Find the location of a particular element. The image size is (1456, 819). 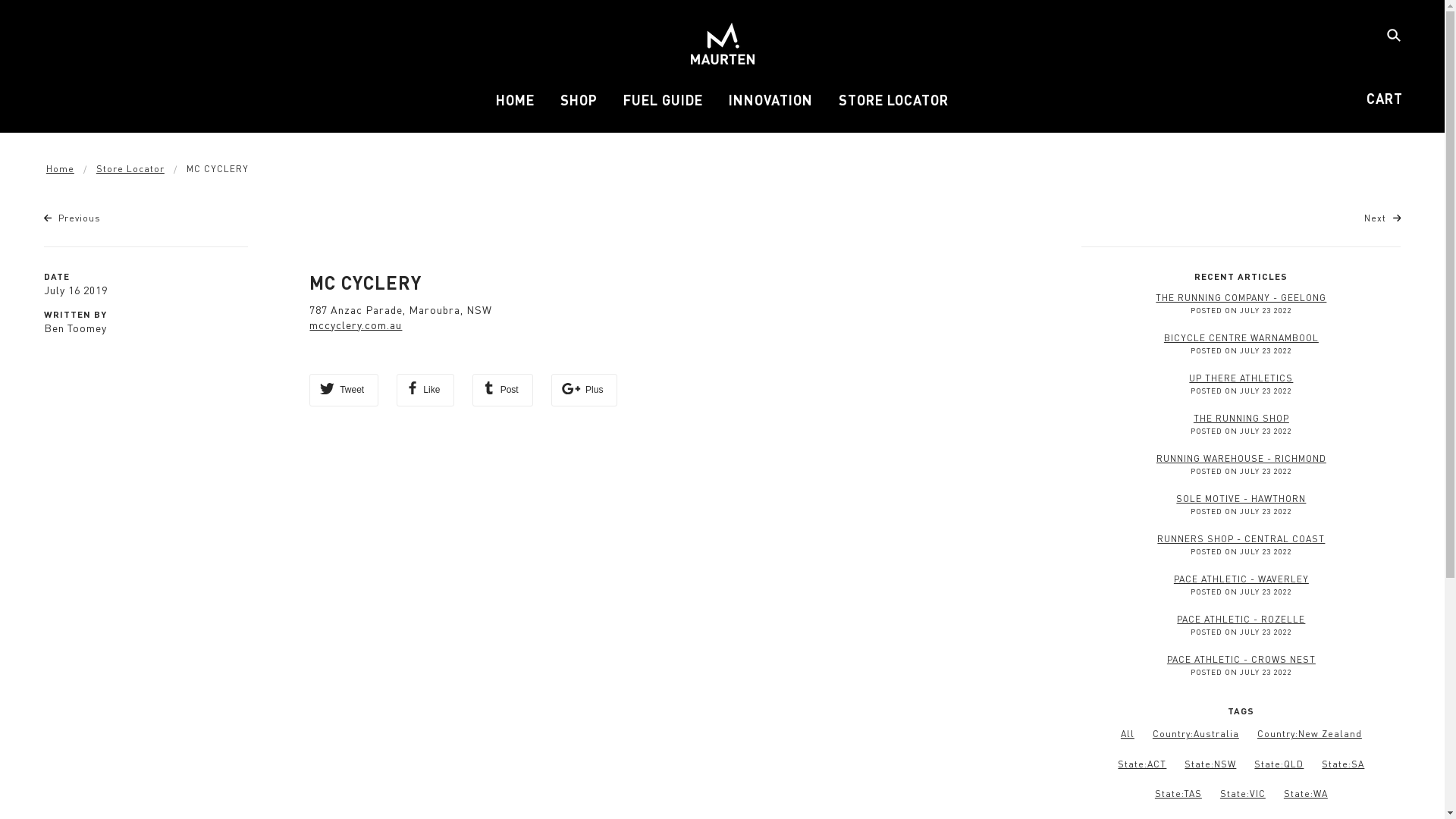

'SHOP' is located at coordinates (578, 105).